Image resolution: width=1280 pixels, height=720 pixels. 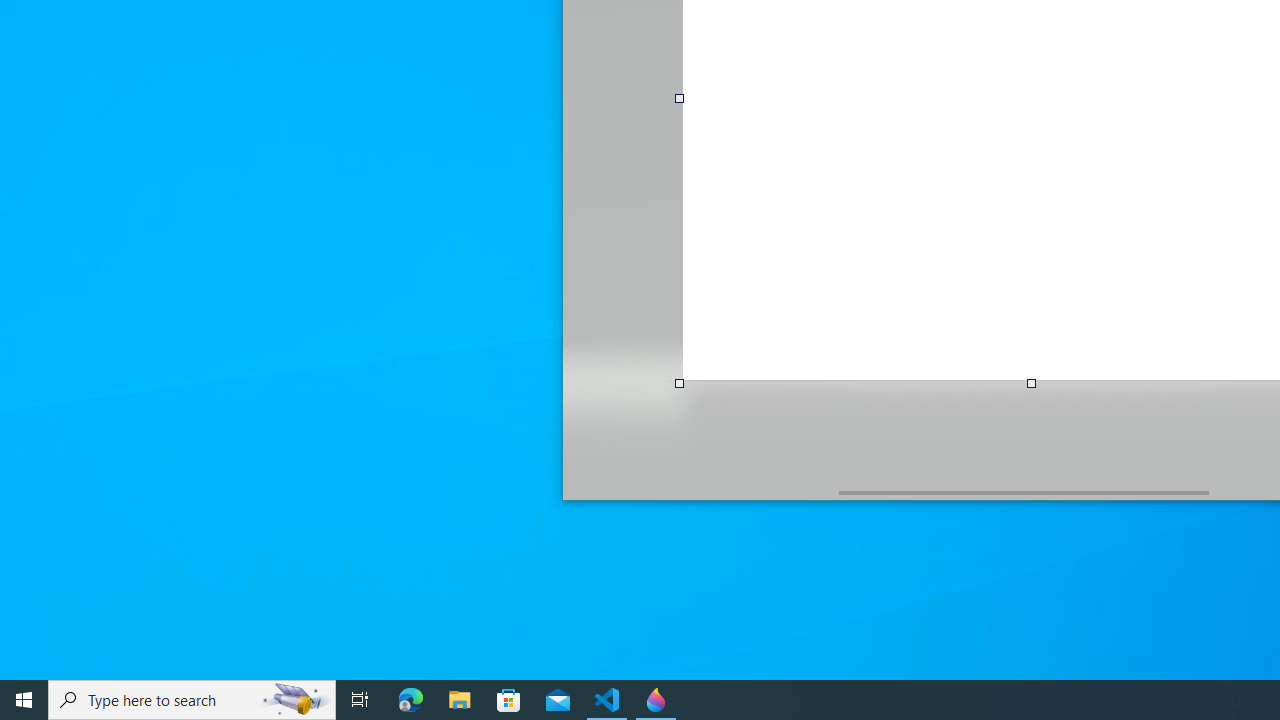 I want to click on 'Microsoft Store', so click(x=509, y=698).